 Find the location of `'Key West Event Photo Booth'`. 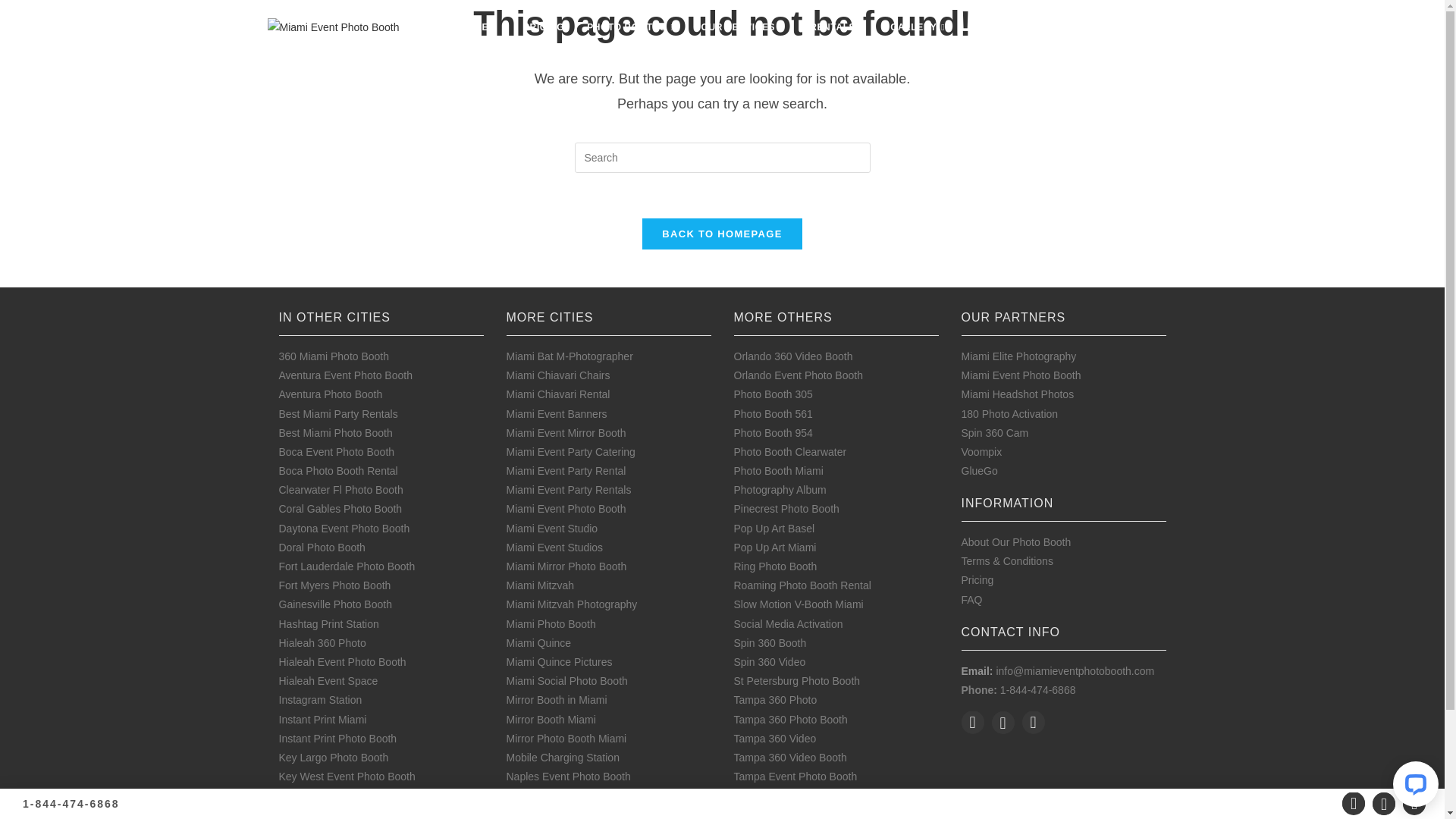

'Key West Event Photo Booth' is located at coordinates (346, 776).